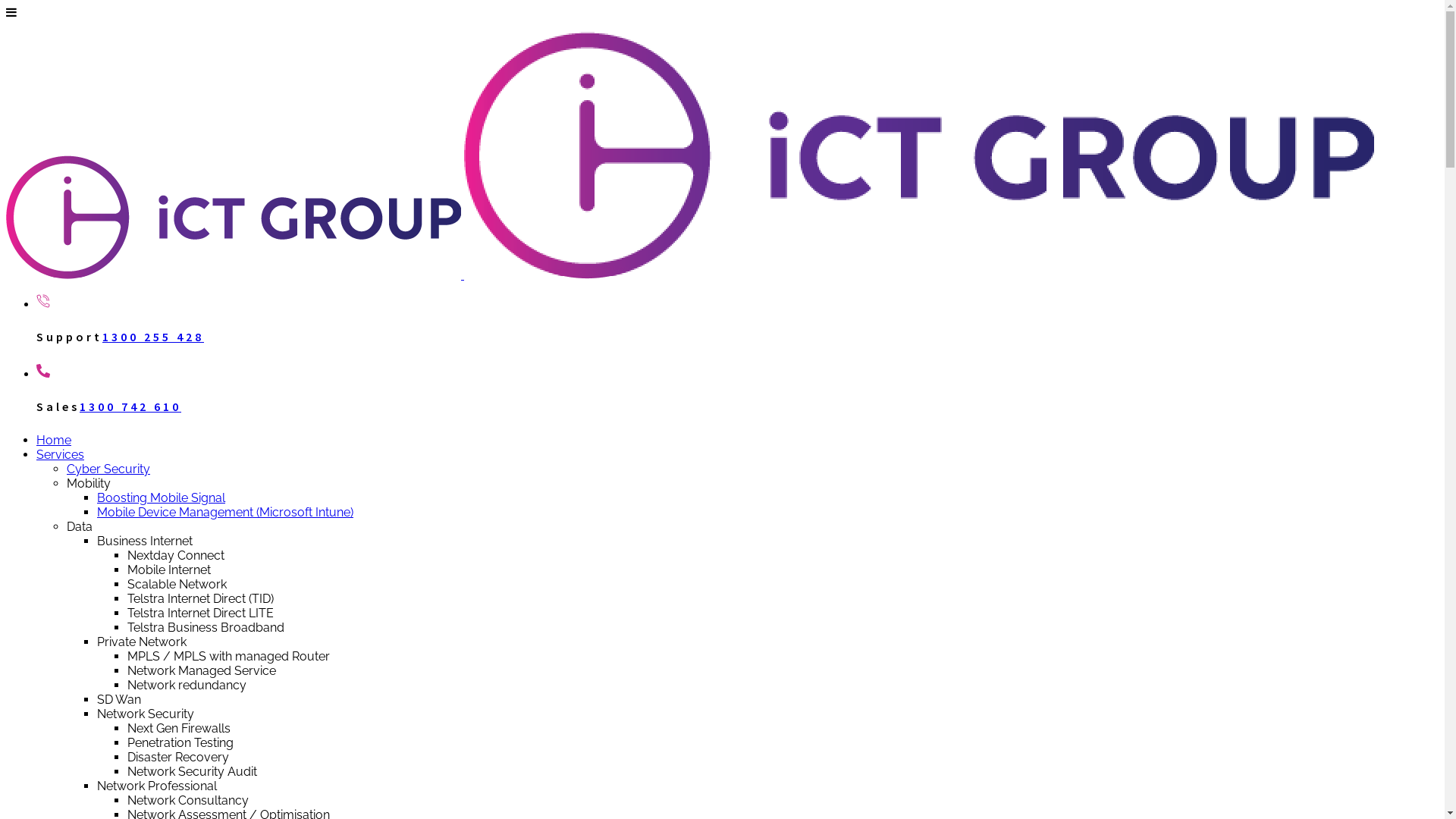 The height and width of the screenshot is (819, 1456). Describe the element at coordinates (130, 406) in the screenshot. I see `'1300 742 610'` at that location.